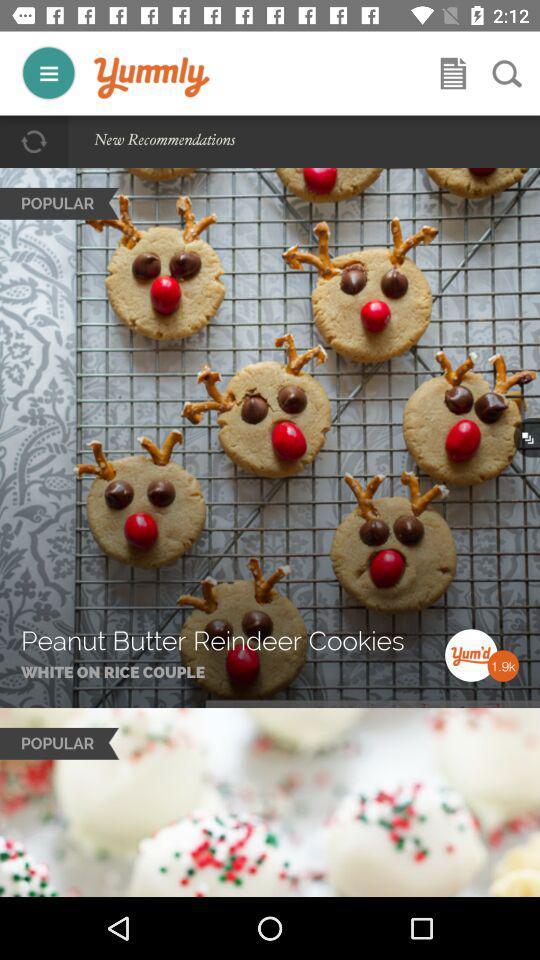 This screenshot has height=960, width=540. I want to click on logo of the application, so click(151, 78).